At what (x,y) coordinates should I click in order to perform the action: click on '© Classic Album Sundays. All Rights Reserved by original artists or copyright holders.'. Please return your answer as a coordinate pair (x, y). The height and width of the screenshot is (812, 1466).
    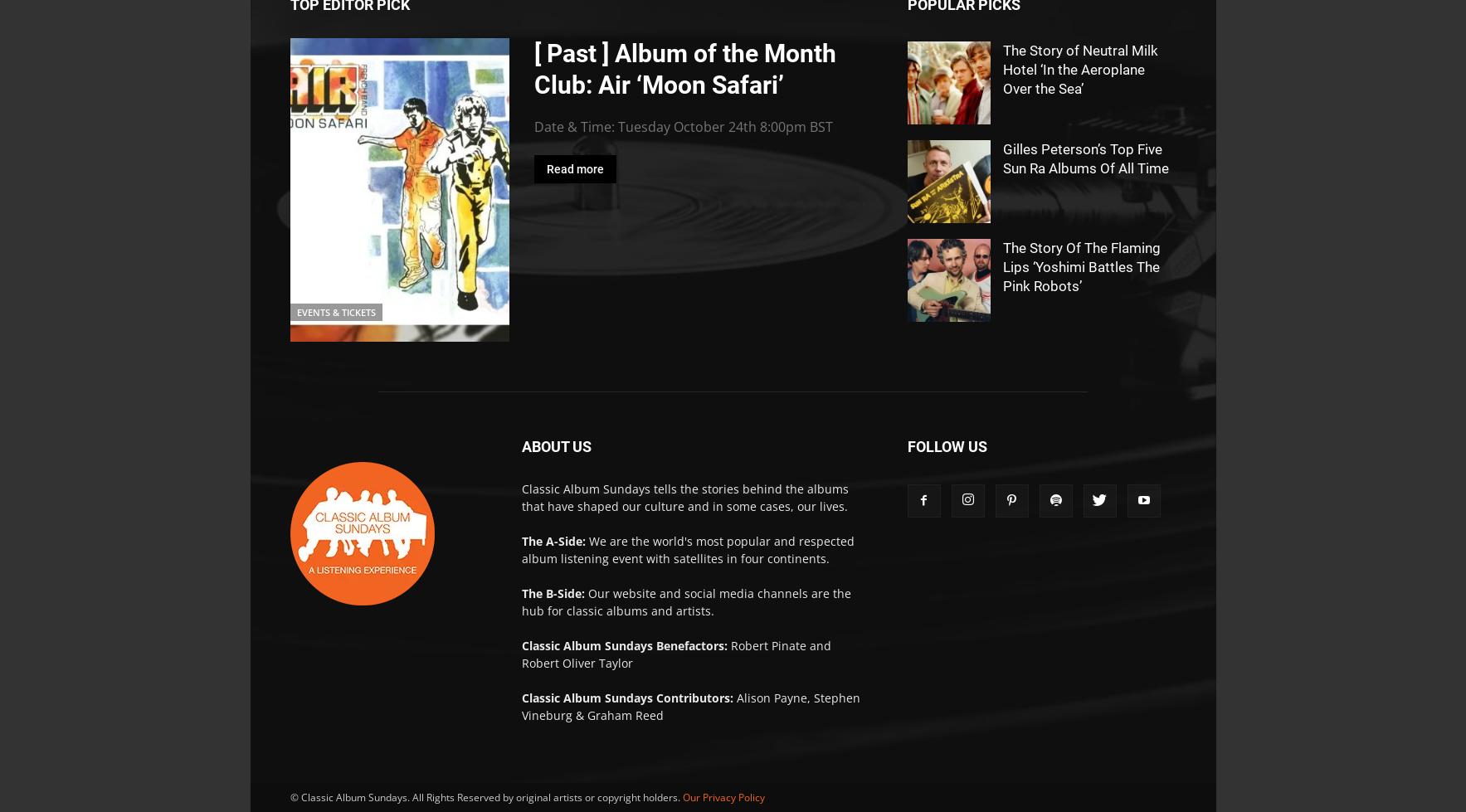
    Looking at the image, I should click on (289, 796).